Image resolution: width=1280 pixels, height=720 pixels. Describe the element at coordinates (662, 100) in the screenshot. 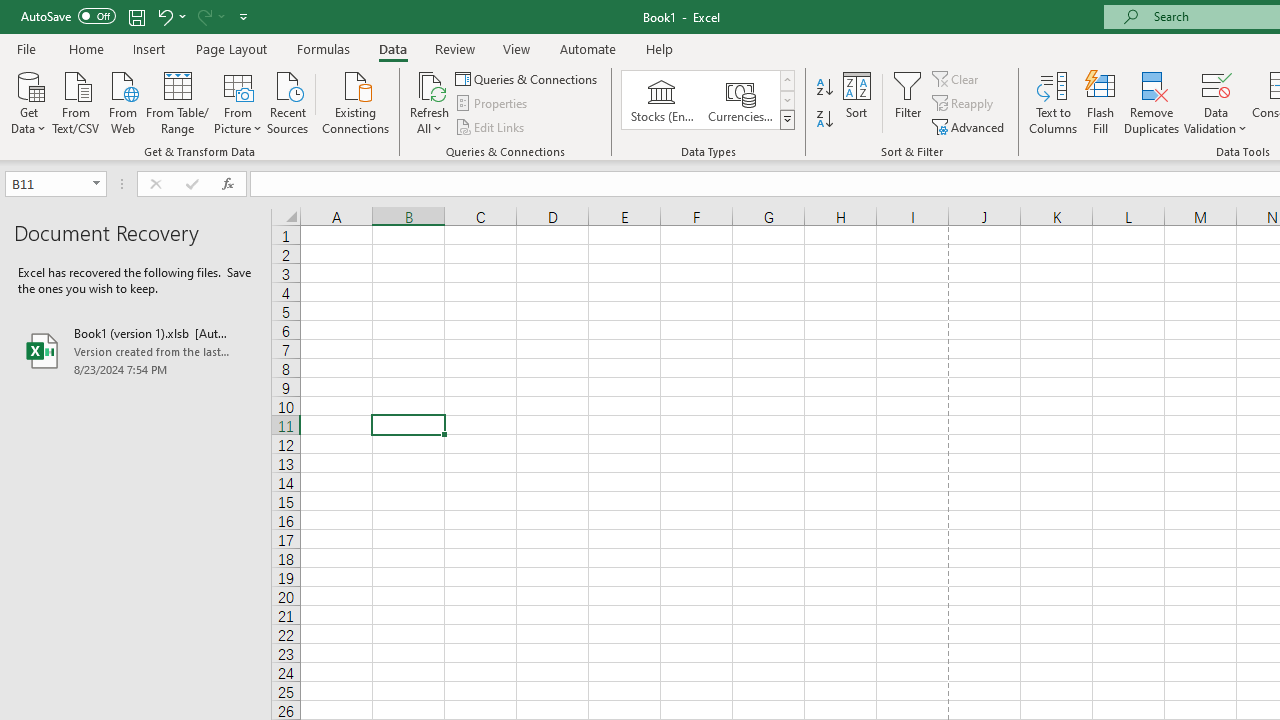

I see `'Stocks (English)'` at that location.